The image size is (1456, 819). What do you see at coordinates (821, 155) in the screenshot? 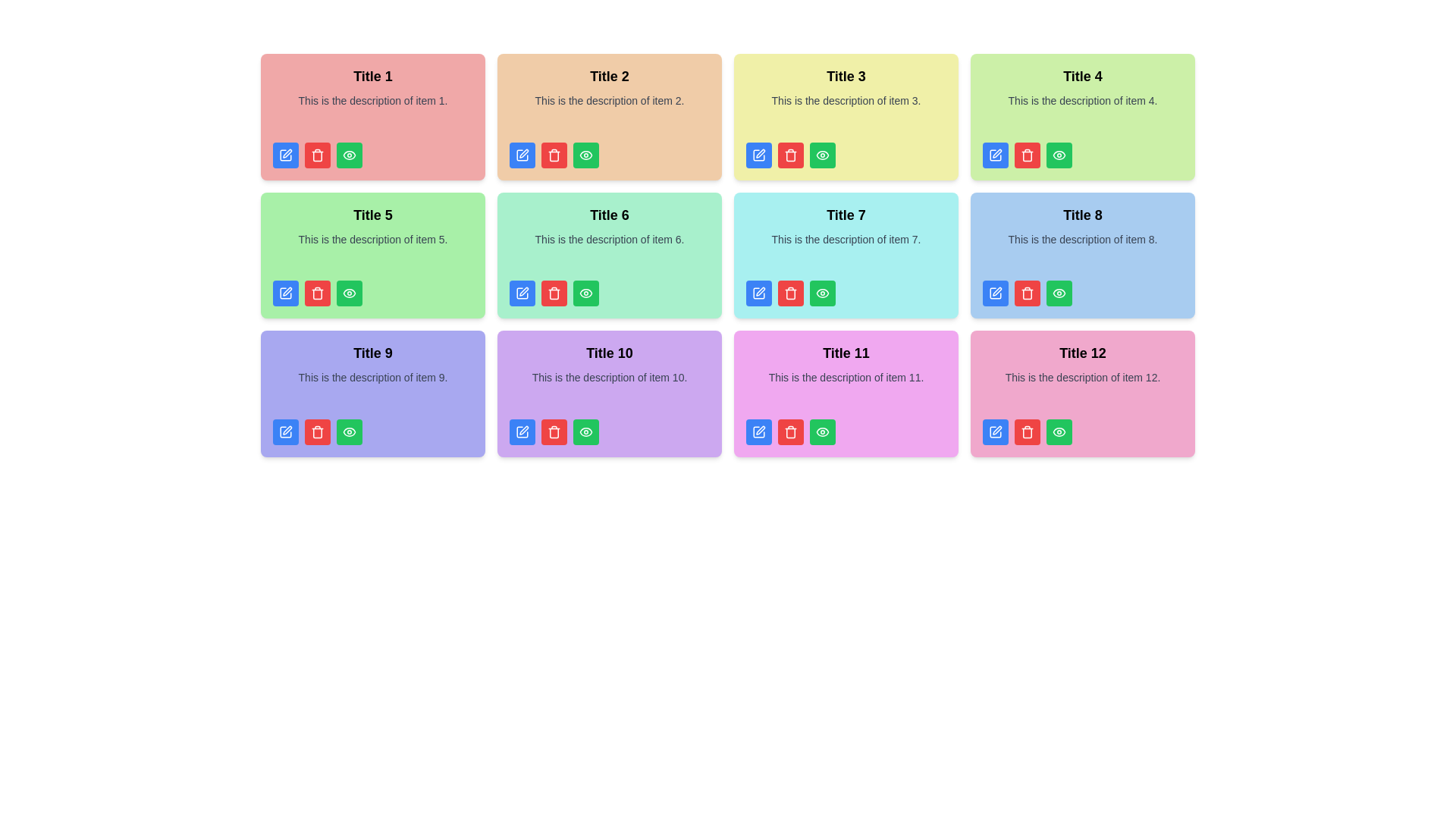
I see `the eye icon within the green button located in the third card titled 'Title 3' of the top row` at bounding box center [821, 155].